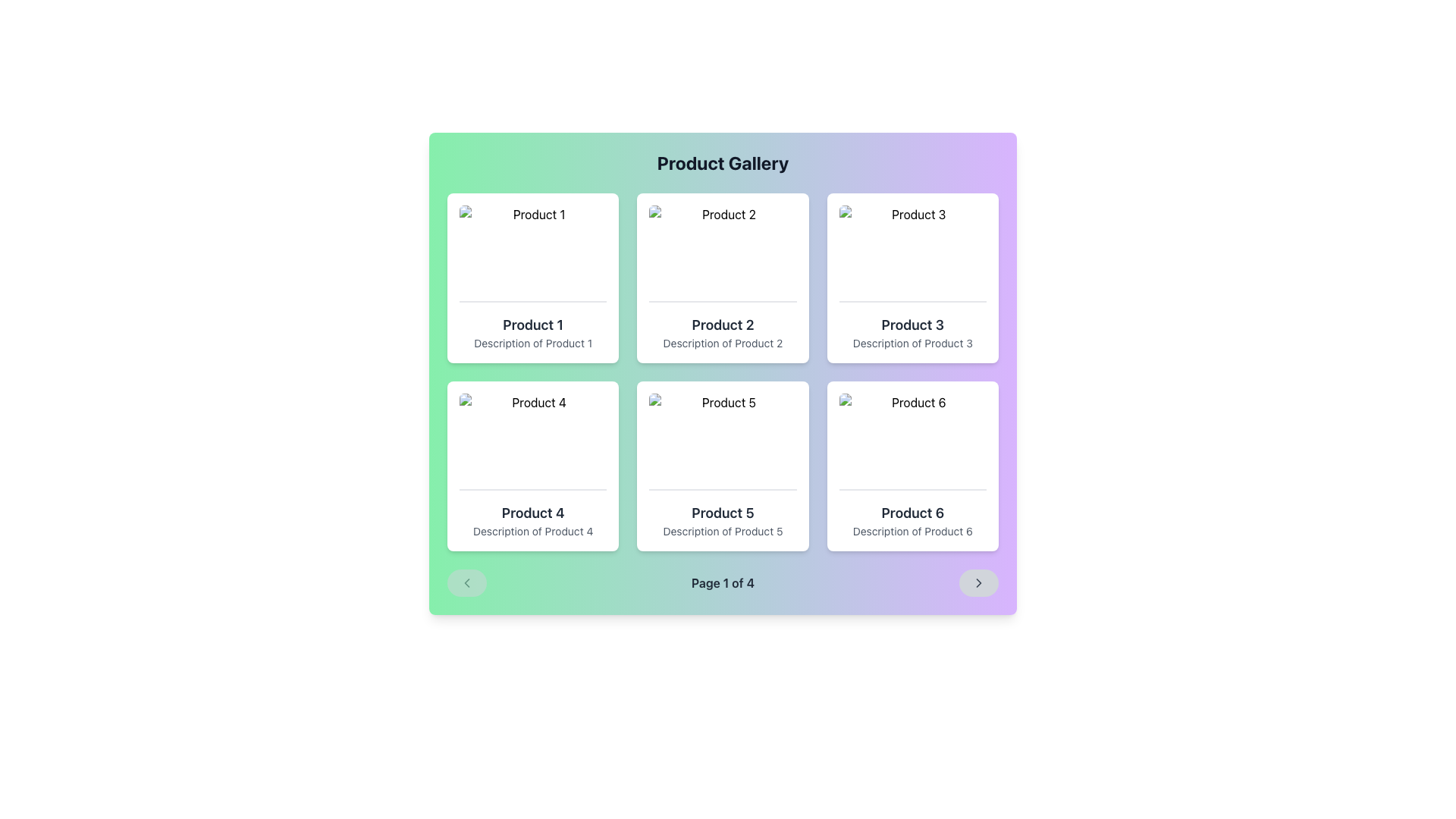 The width and height of the screenshot is (1456, 819). What do you see at coordinates (533, 531) in the screenshot?
I see `the text label providing additional descriptive information for 'Product 4', positioned directly below the product title` at bounding box center [533, 531].